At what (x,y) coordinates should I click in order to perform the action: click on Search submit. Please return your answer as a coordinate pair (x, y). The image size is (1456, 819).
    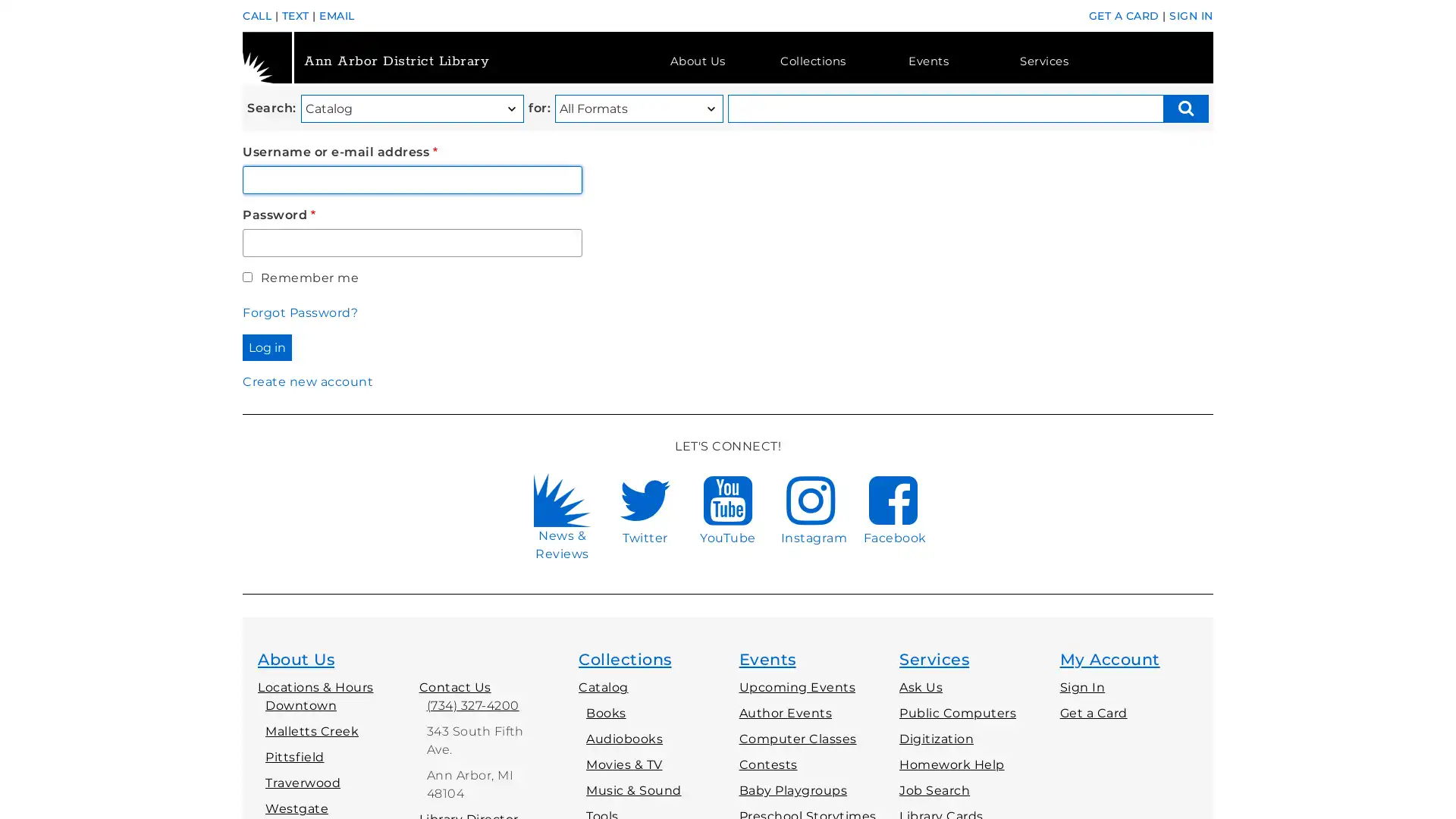
    Looking at the image, I should click on (1185, 108).